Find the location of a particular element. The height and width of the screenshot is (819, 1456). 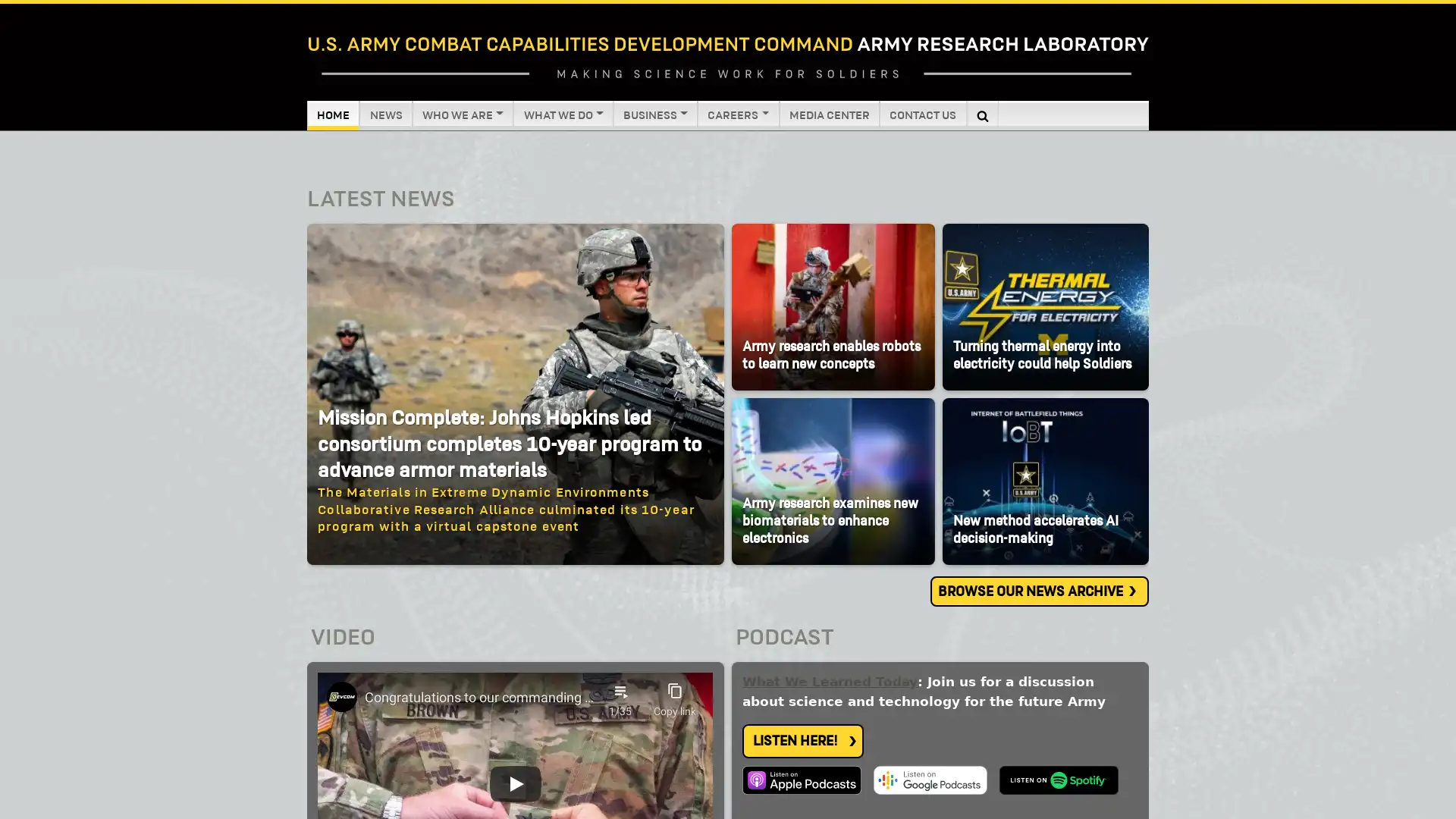

MEDIA CENTER is located at coordinates (828, 115).